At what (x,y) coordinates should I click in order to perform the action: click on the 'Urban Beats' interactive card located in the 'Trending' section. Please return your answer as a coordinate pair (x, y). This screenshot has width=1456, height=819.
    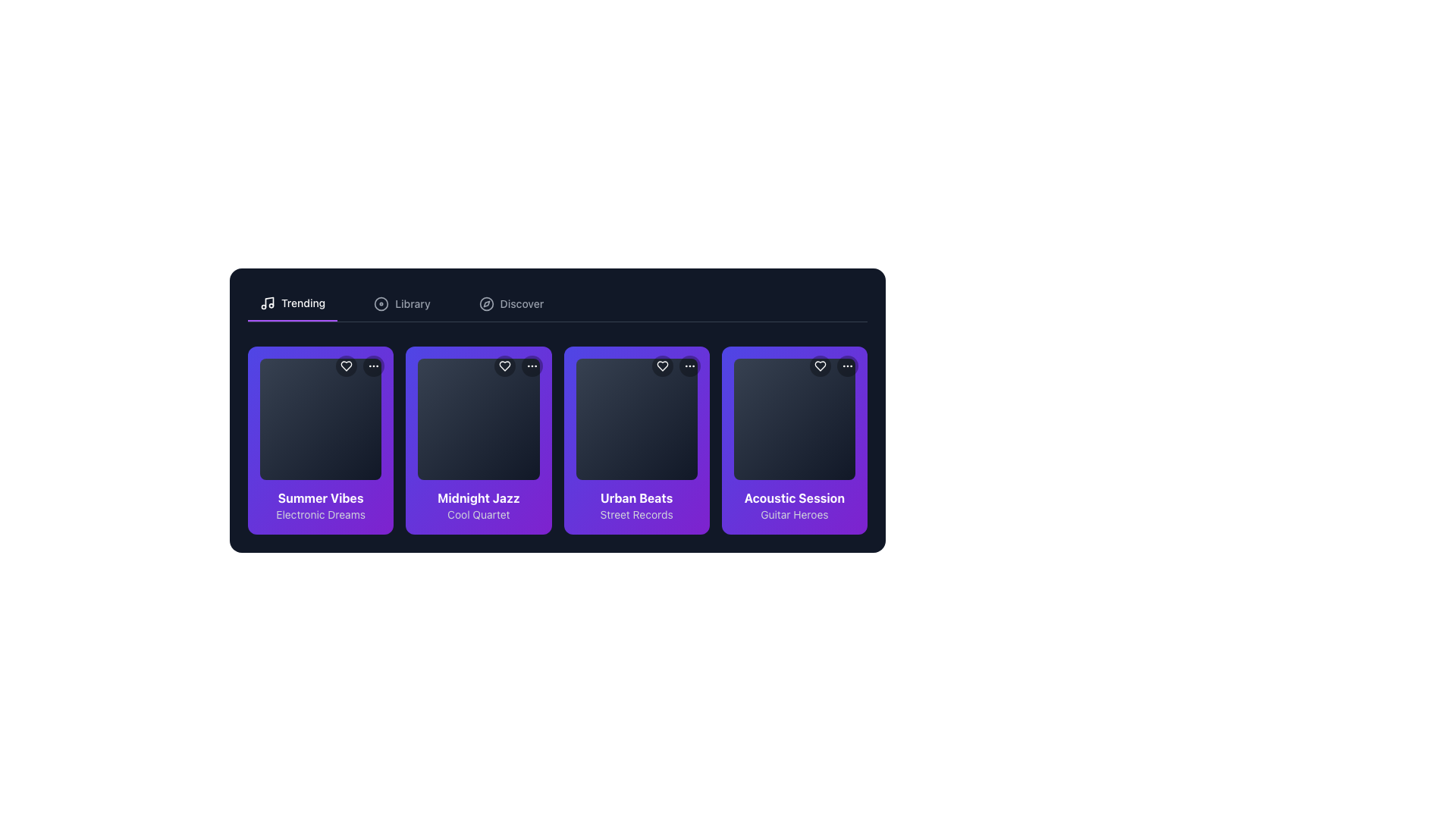
    Looking at the image, I should click on (636, 441).